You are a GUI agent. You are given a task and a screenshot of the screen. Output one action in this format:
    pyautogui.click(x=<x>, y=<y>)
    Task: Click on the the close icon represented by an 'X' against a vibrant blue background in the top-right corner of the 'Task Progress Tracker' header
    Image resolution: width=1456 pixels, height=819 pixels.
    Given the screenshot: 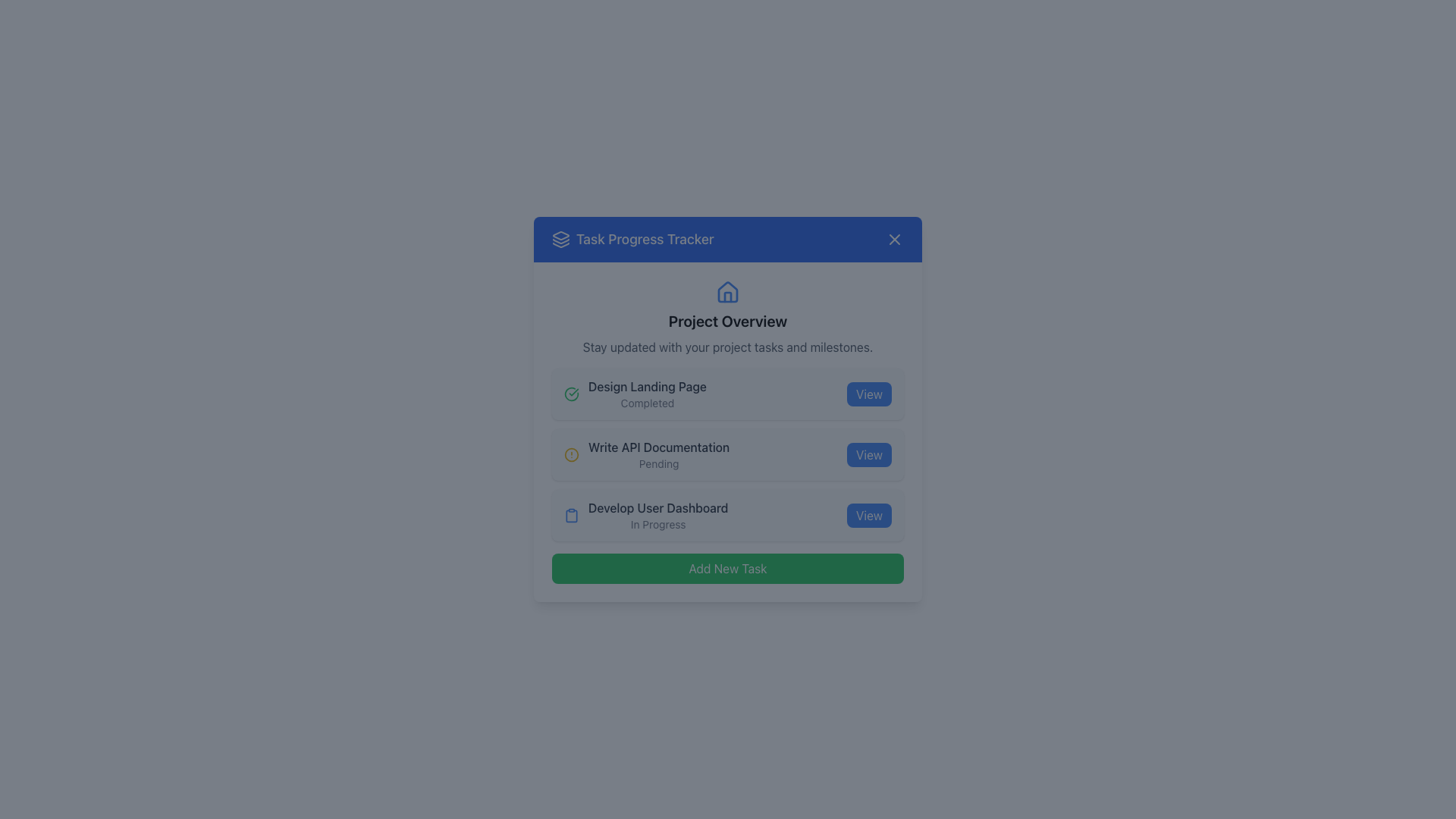 What is the action you would take?
    pyautogui.click(x=895, y=239)
    